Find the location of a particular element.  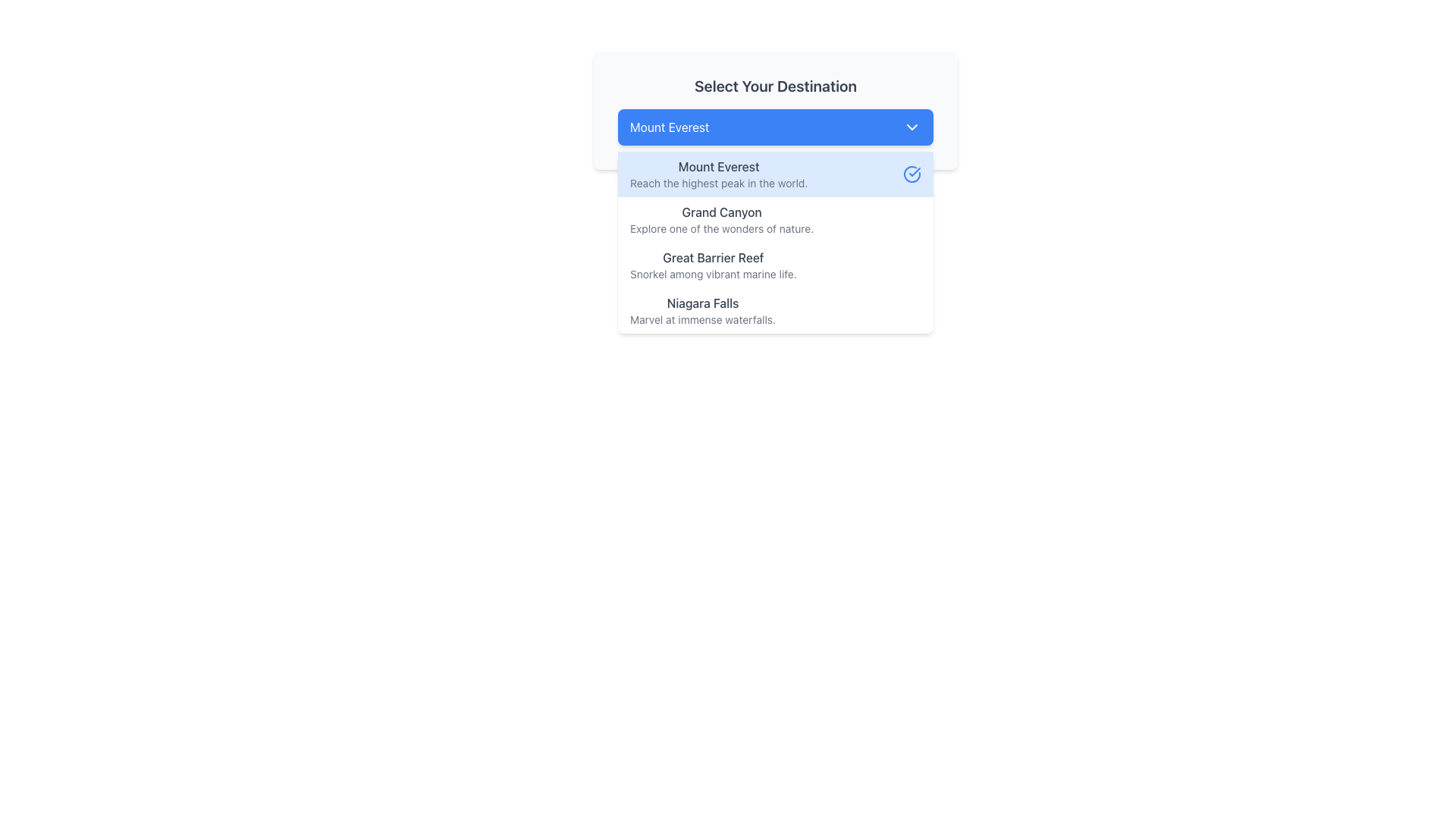

the list item in the dropdown menu titled 'Grand Canyon' is located at coordinates (775, 219).